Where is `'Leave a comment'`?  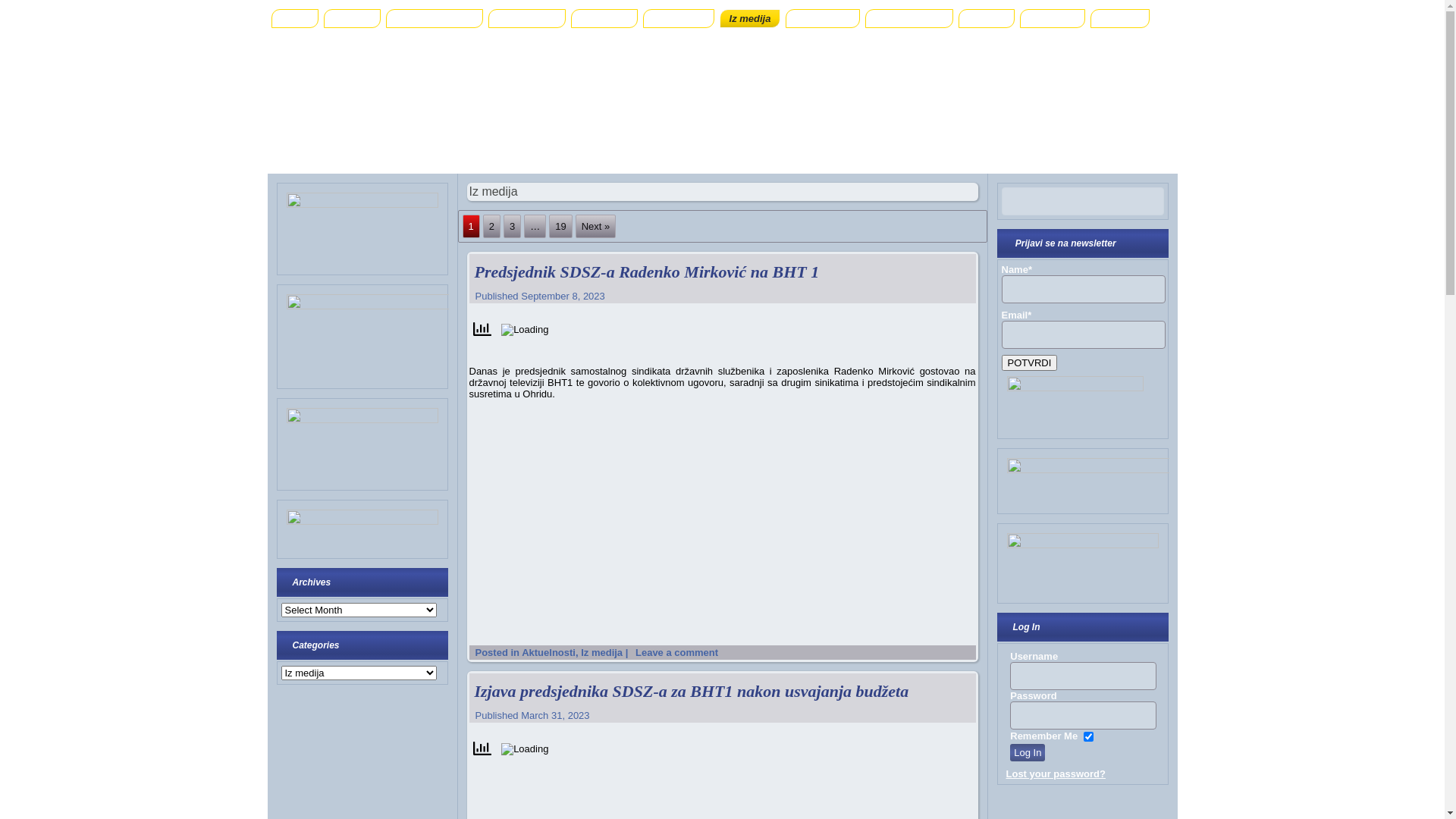 'Leave a comment' is located at coordinates (676, 651).